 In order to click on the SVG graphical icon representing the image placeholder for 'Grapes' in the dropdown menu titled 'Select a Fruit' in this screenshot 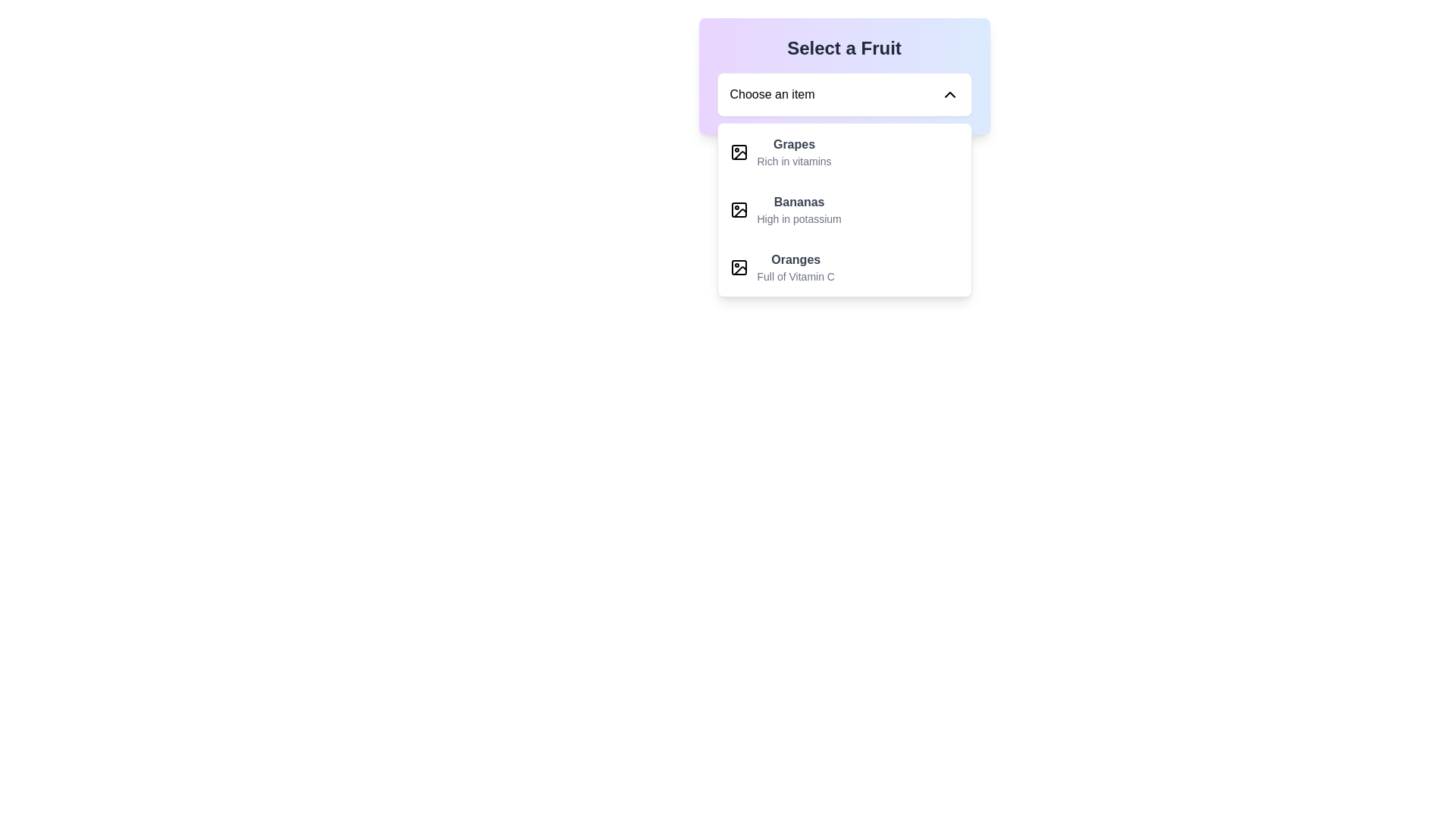, I will do `click(739, 152)`.